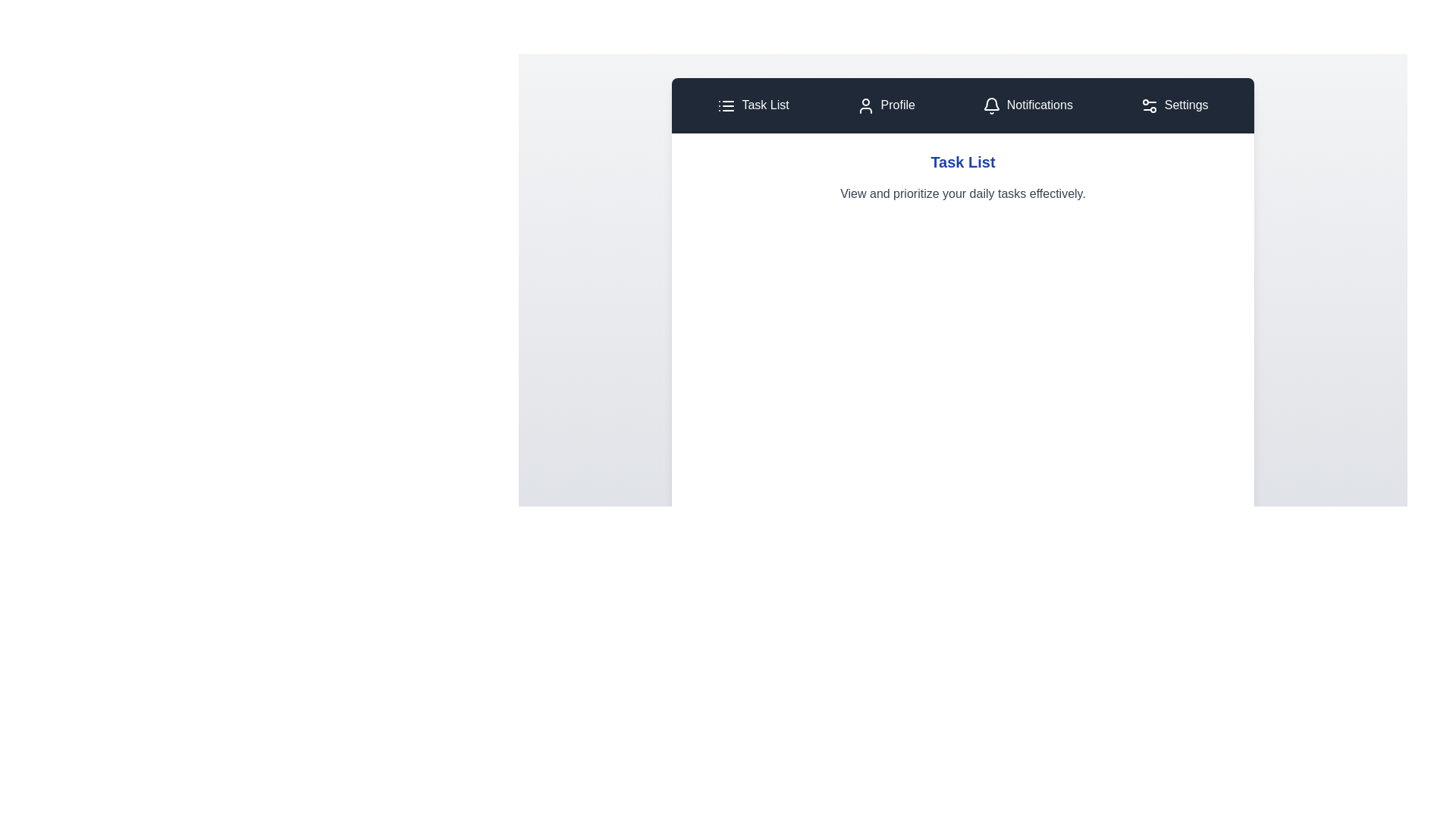  What do you see at coordinates (1173, 105) in the screenshot?
I see `the tab labeled Settings` at bounding box center [1173, 105].